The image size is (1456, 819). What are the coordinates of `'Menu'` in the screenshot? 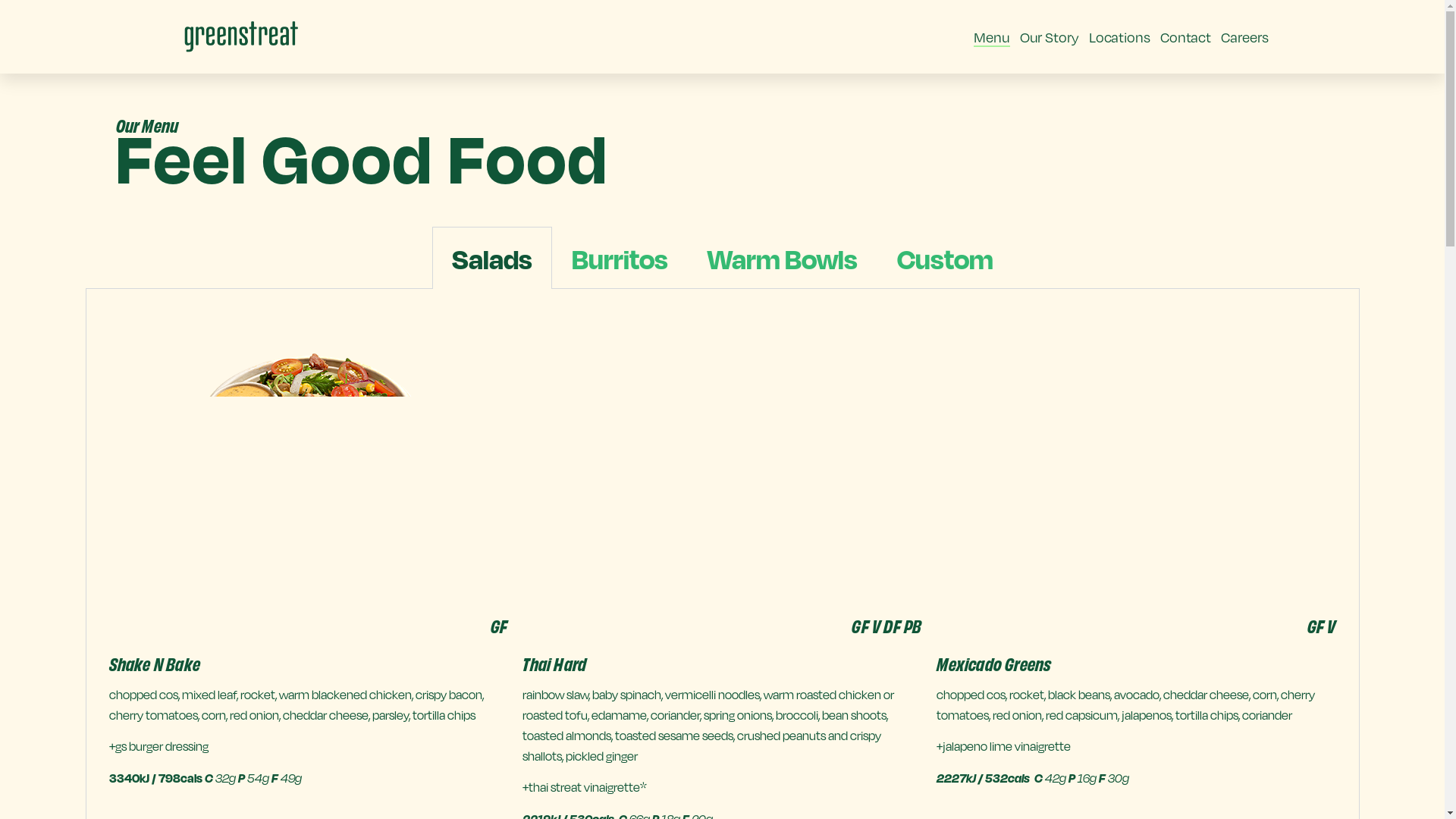 It's located at (991, 36).